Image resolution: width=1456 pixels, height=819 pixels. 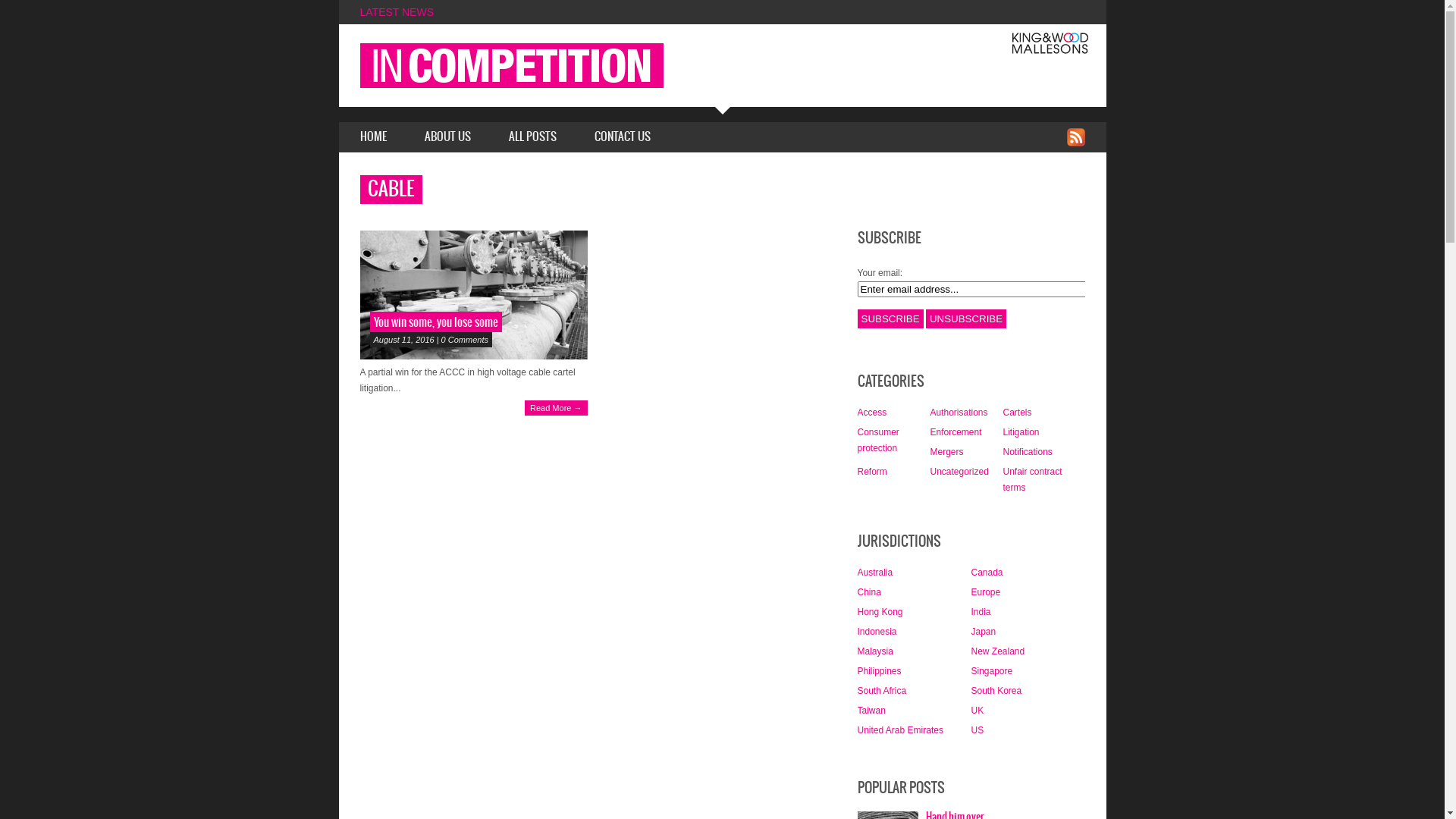 What do you see at coordinates (877, 632) in the screenshot?
I see `'Indonesia'` at bounding box center [877, 632].